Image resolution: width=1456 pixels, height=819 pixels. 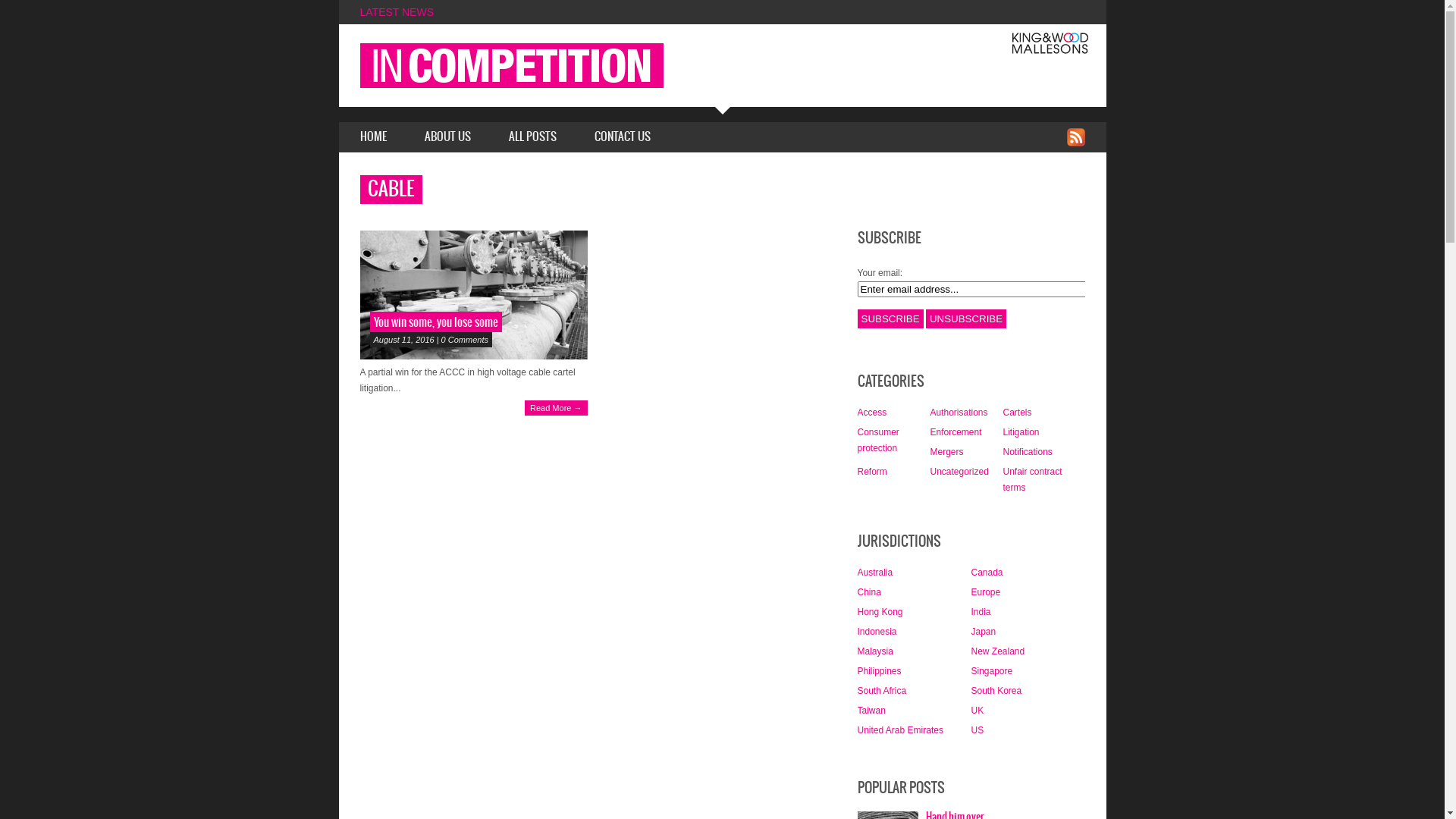 What do you see at coordinates (877, 632) in the screenshot?
I see `'Indonesia'` at bounding box center [877, 632].